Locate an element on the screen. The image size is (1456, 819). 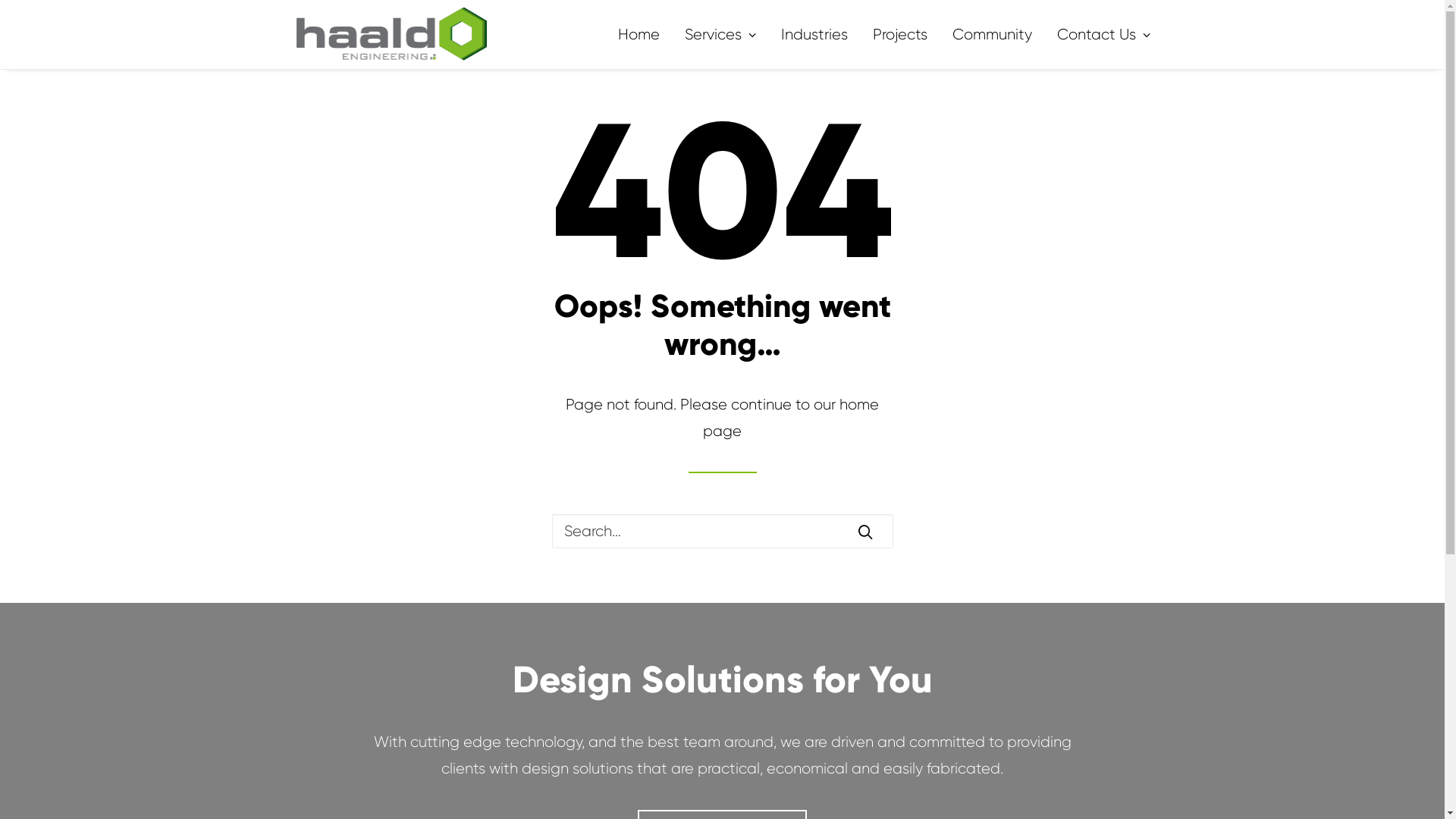
'Home' is located at coordinates (643, 34).